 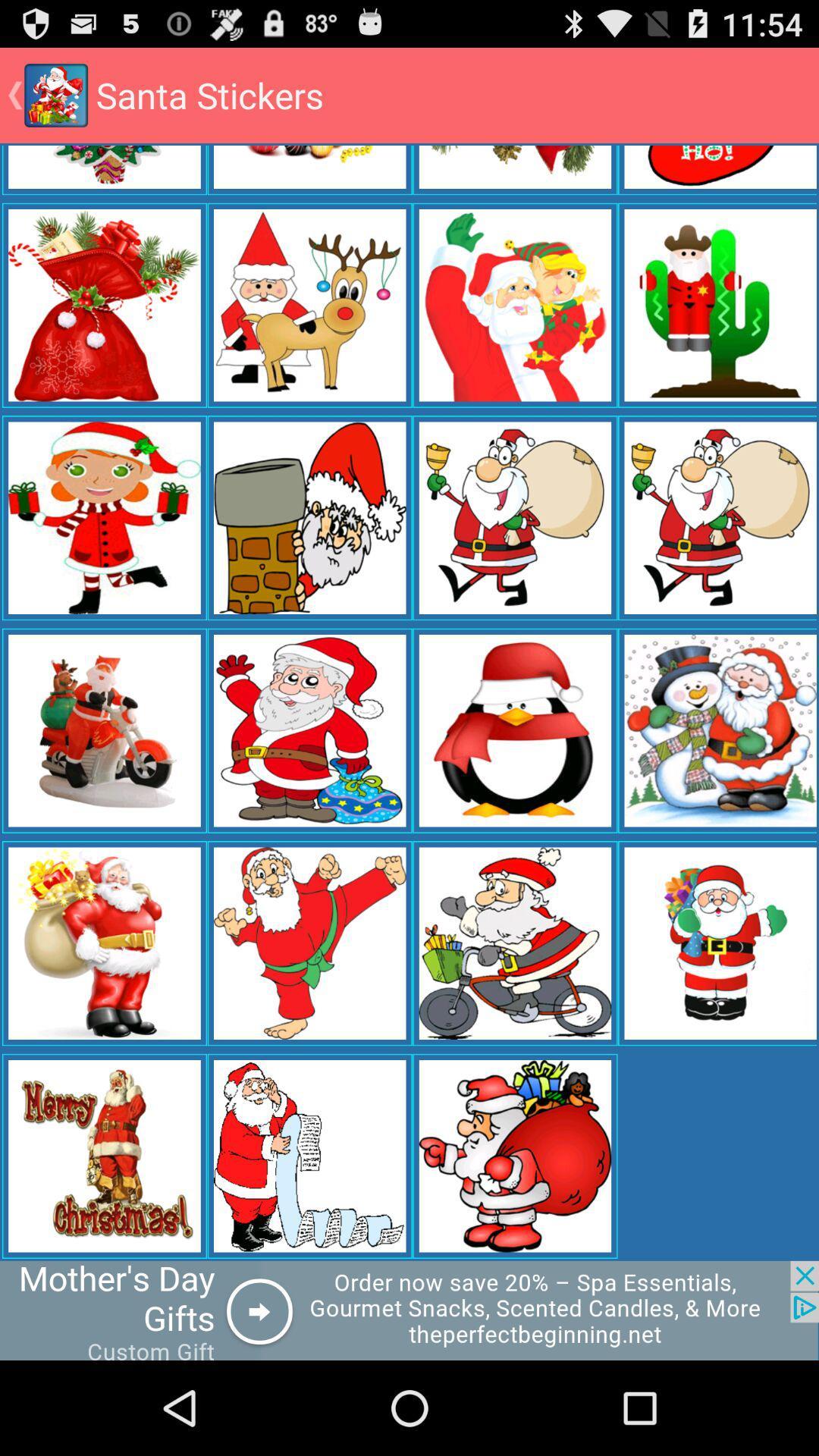 What do you see at coordinates (309, 1156) in the screenshot?
I see `the last row second image` at bounding box center [309, 1156].